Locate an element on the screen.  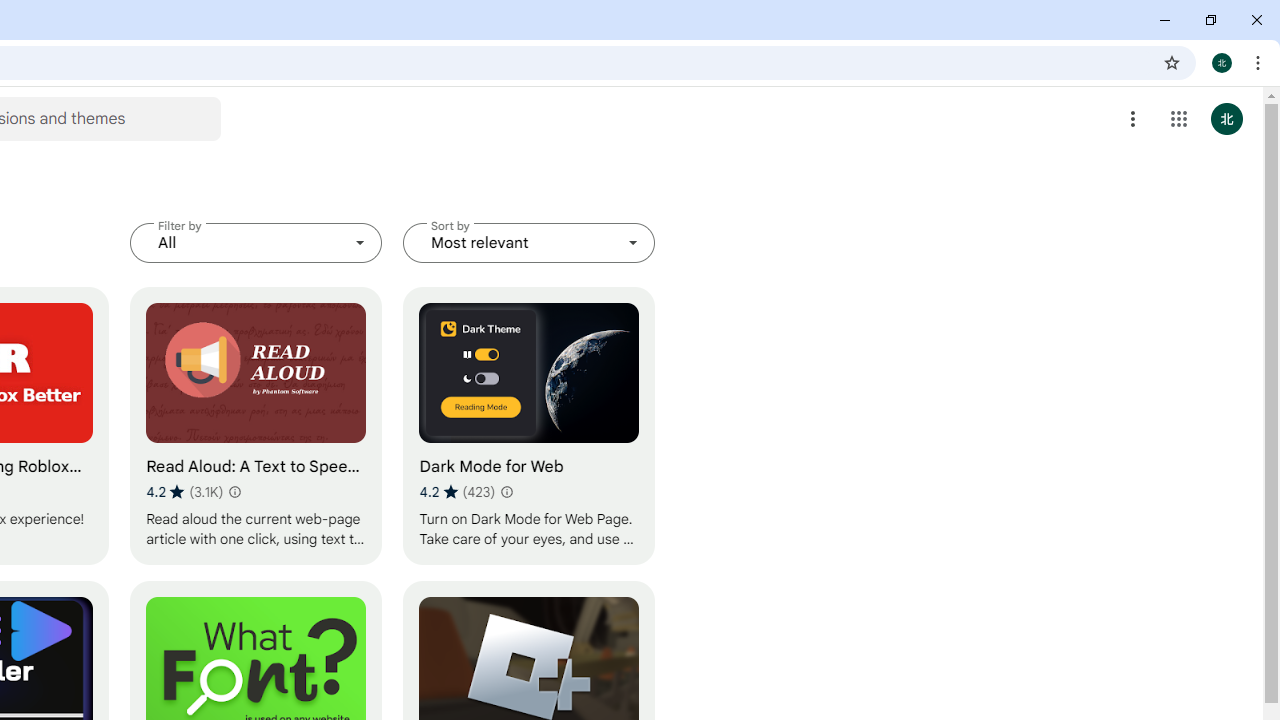
'Average rating 4.2 out of 5 stars. 3.1K ratings.' is located at coordinates (184, 491).